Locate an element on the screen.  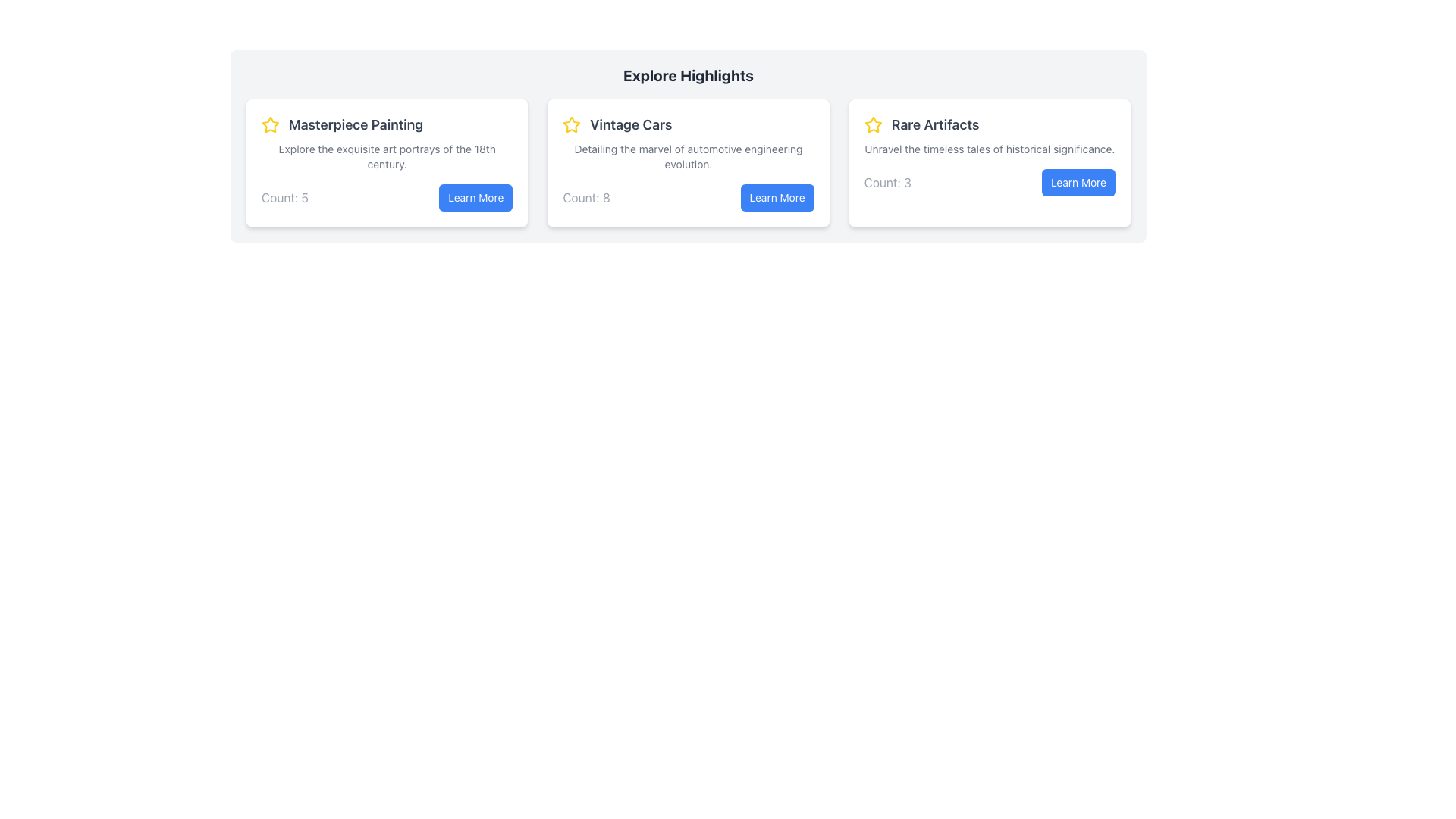
the yellow star icon representing the rating or favorite feature located to the left of the text 'Masterpiece Painting' in the first card from the left is located at coordinates (270, 124).